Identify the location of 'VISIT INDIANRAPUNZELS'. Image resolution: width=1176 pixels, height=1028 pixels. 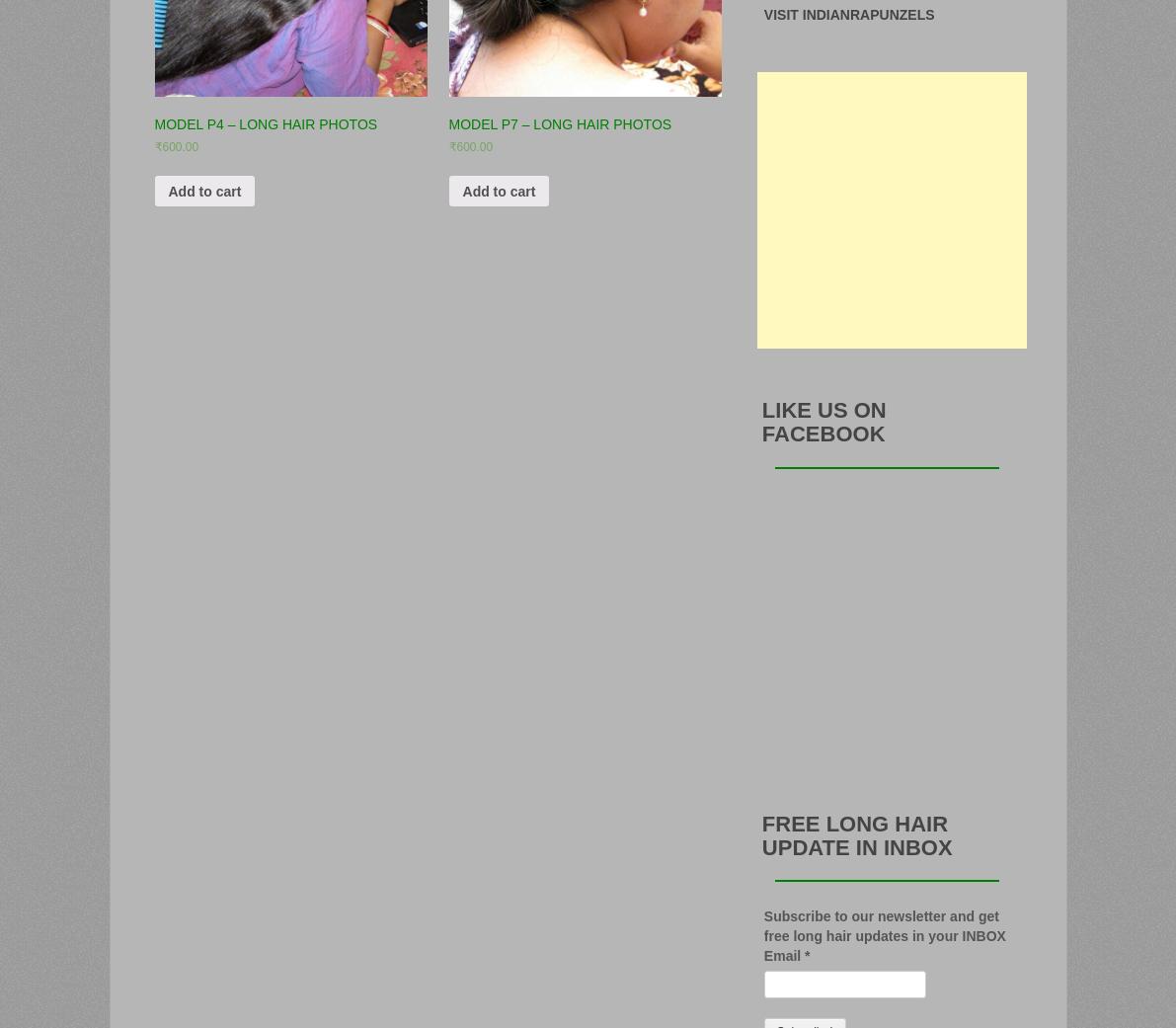
(762, 13).